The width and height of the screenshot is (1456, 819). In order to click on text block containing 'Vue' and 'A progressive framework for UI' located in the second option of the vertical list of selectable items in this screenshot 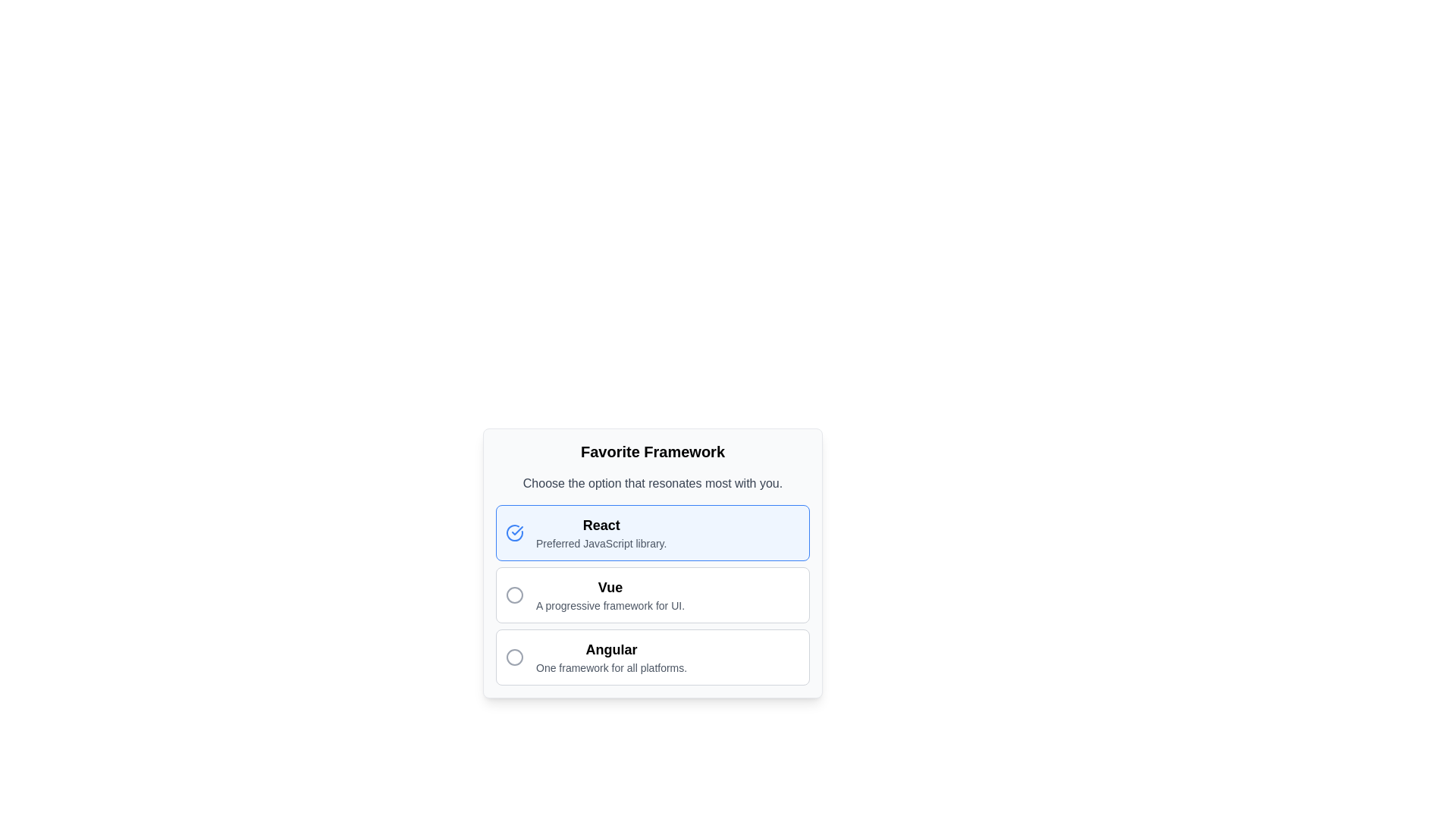, I will do `click(610, 595)`.